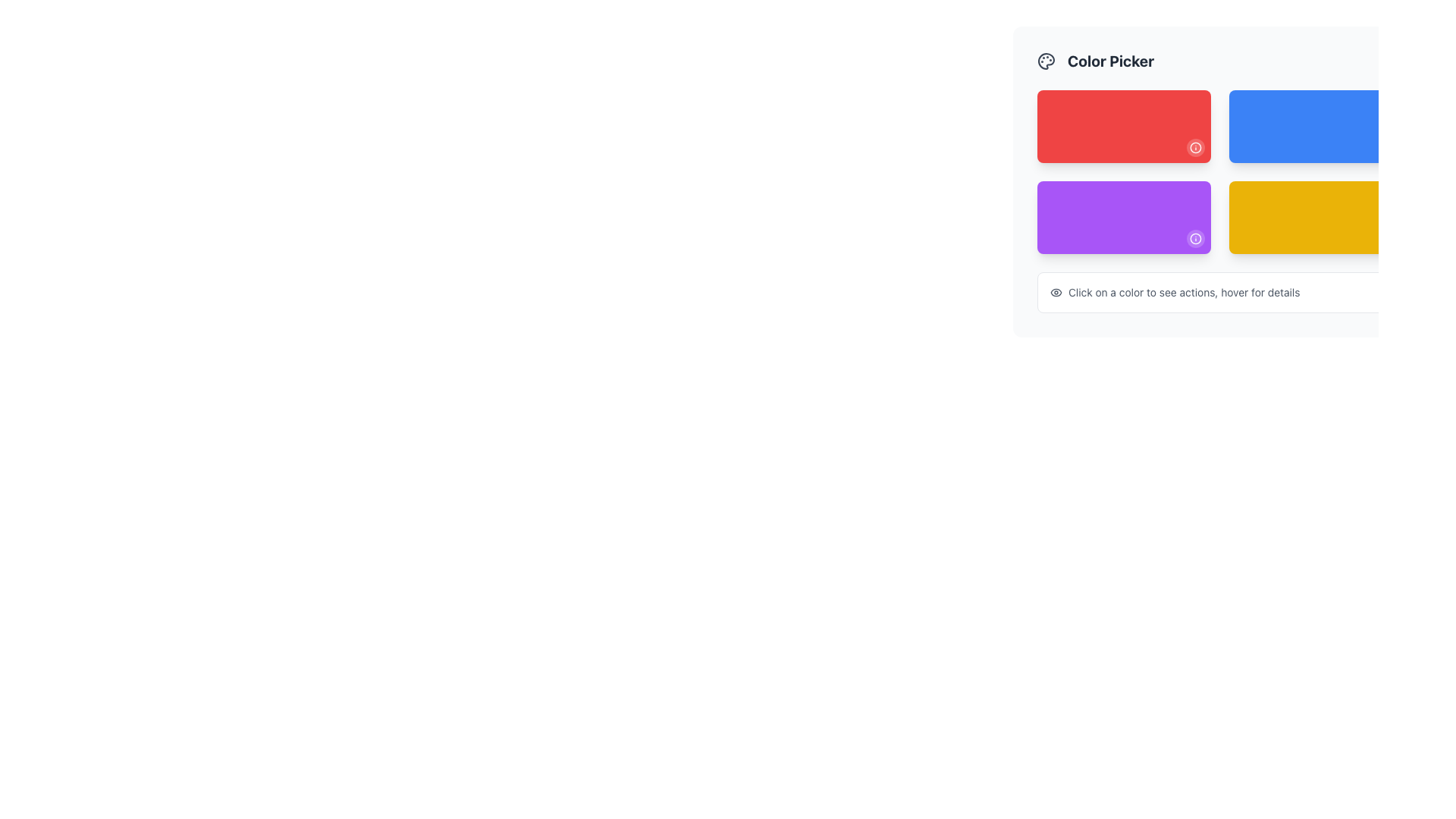 This screenshot has height=819, width=1456. I want to click on the blue rectangular card with rounded corners, which is the second card in the first row of a 3-column grid layout, so click(1316, 125).